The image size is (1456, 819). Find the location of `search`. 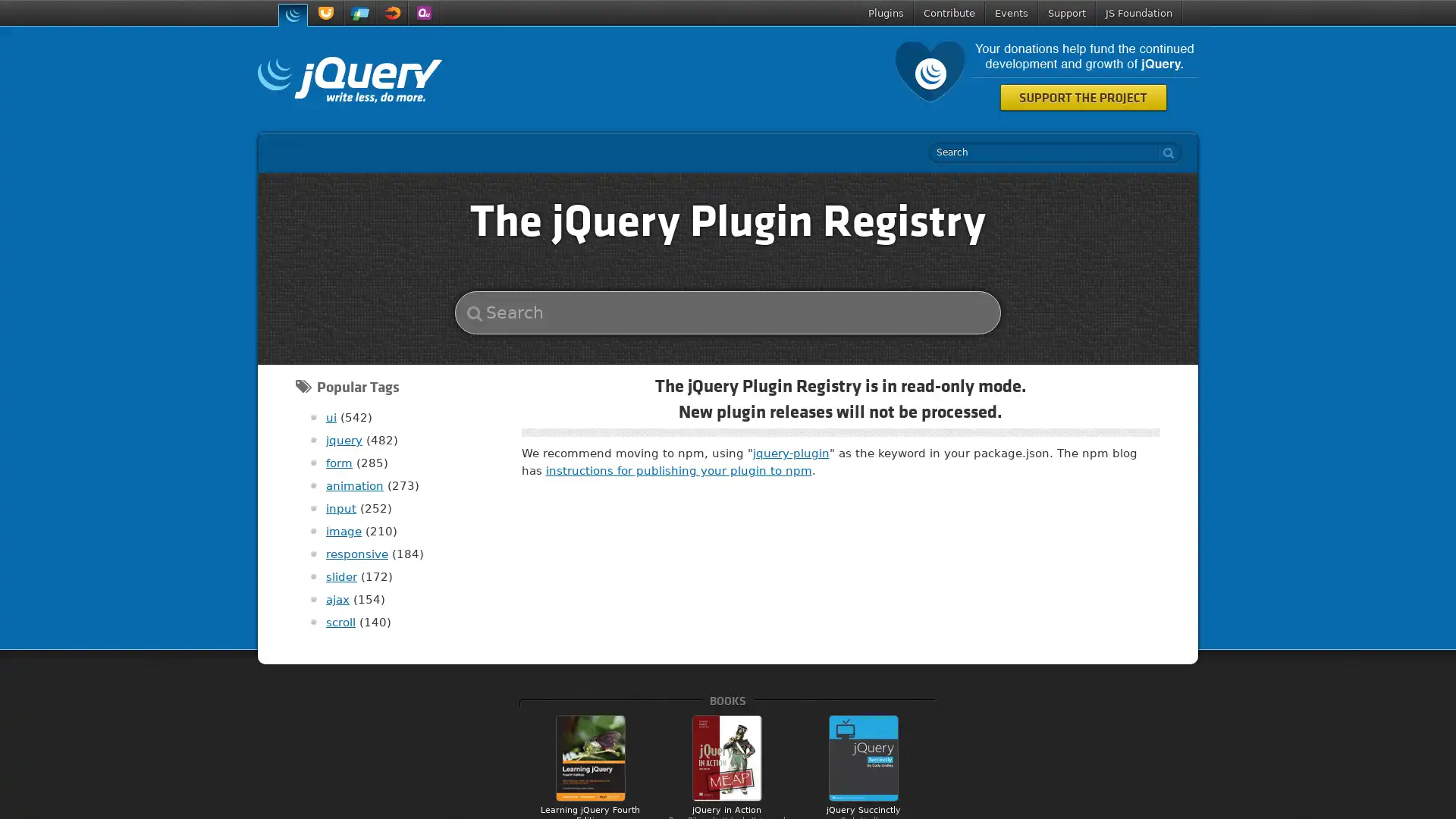

search is located at coordinates (473, 312).